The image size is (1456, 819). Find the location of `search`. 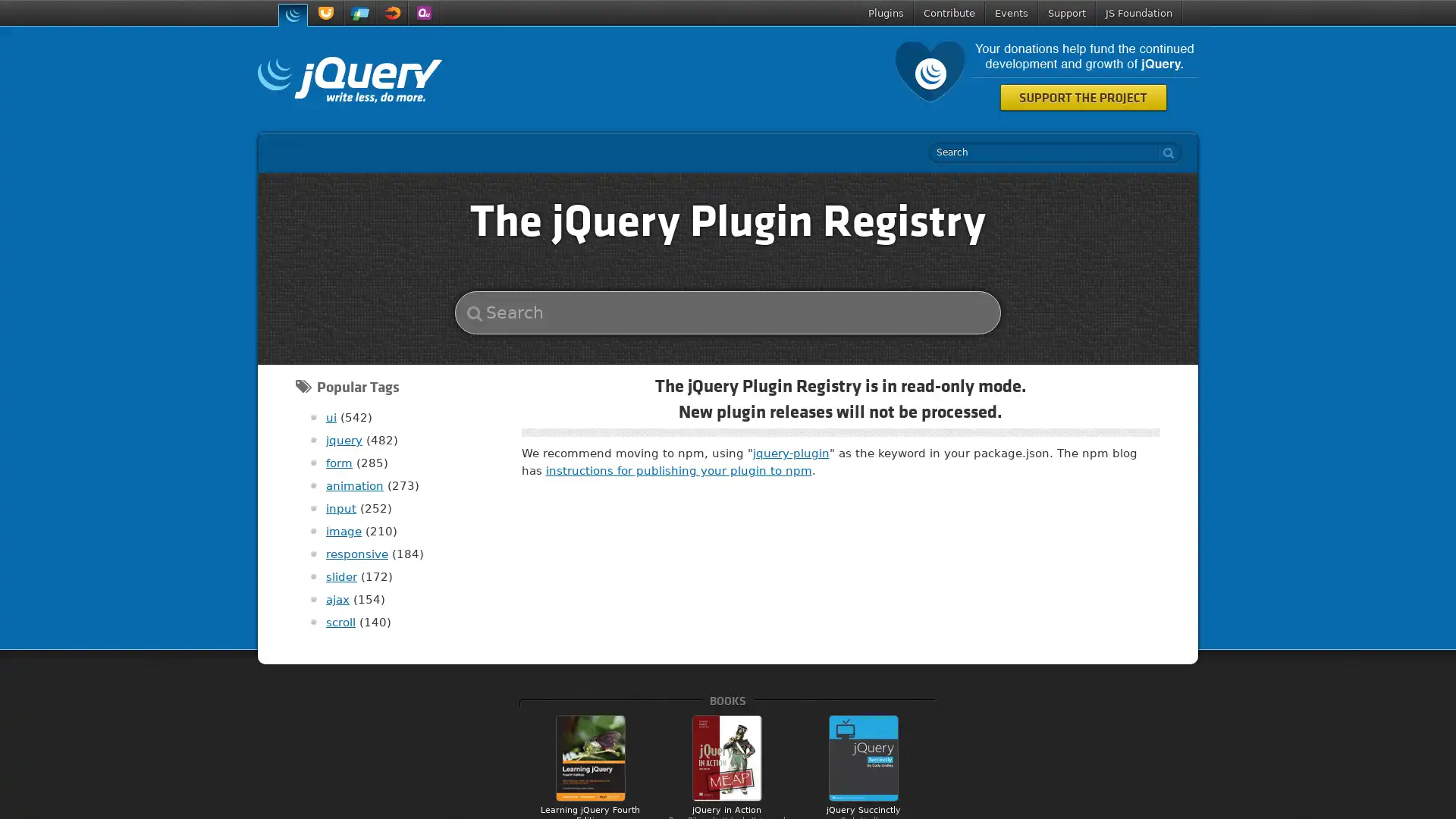

search is located at coordinates (473, 312).